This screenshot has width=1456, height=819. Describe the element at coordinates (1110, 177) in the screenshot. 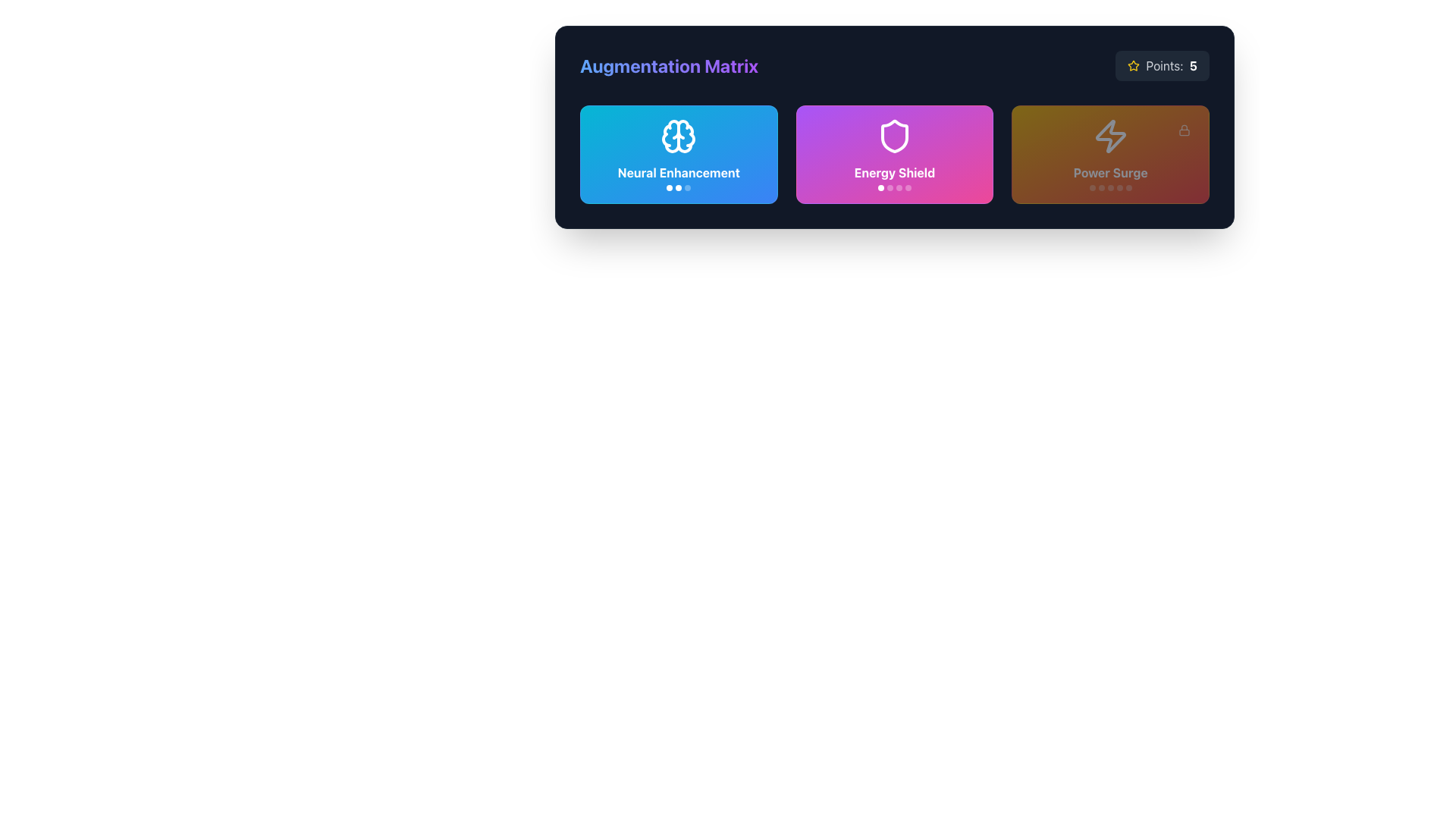

I see `text label titled 'Power Surge' located within a button-like component in the 'Augmentation Matrix' section` at that location.